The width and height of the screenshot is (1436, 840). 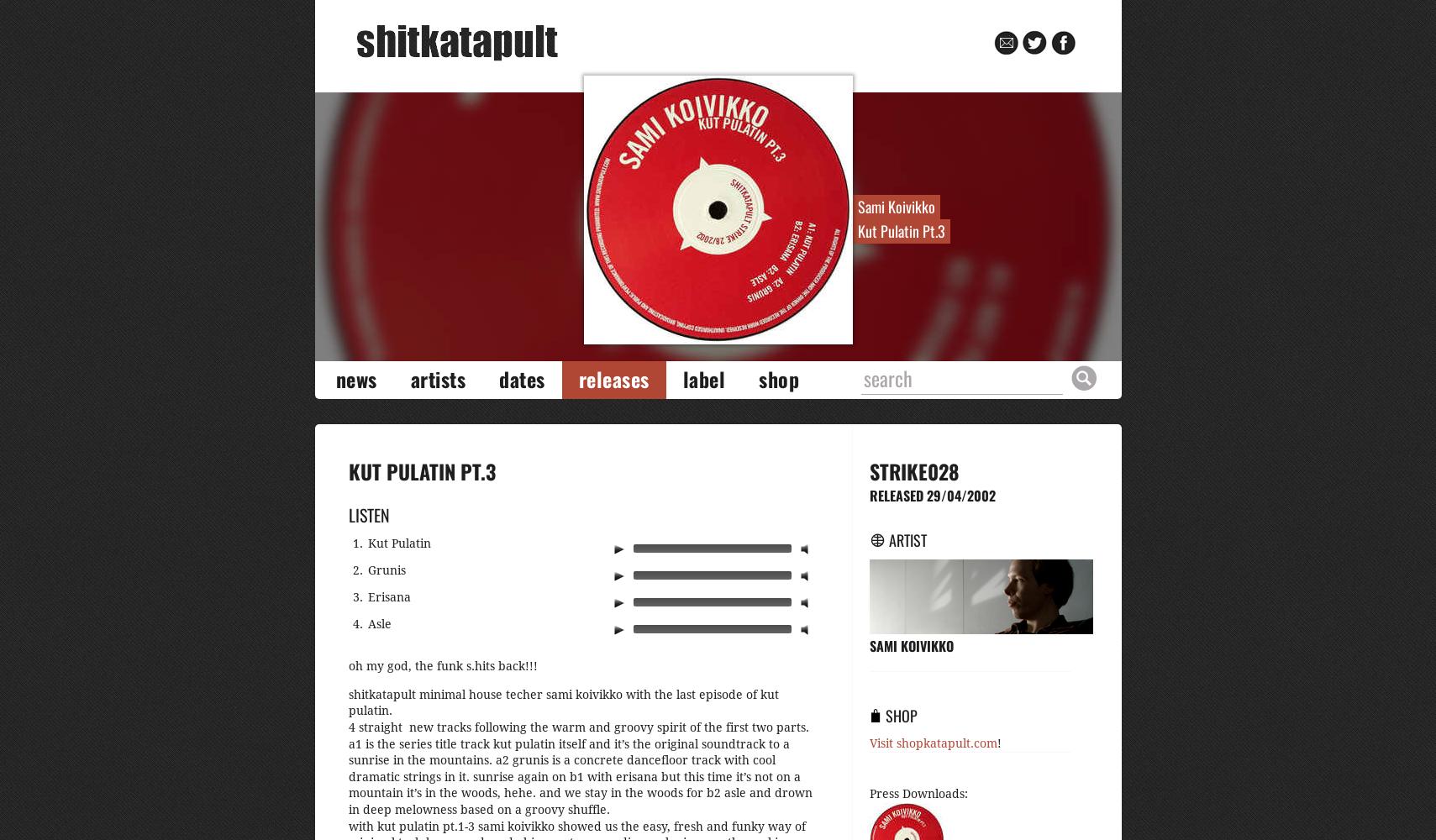 I want to click on 'Visit shopkatapult.com', so click(x=932, y=743).